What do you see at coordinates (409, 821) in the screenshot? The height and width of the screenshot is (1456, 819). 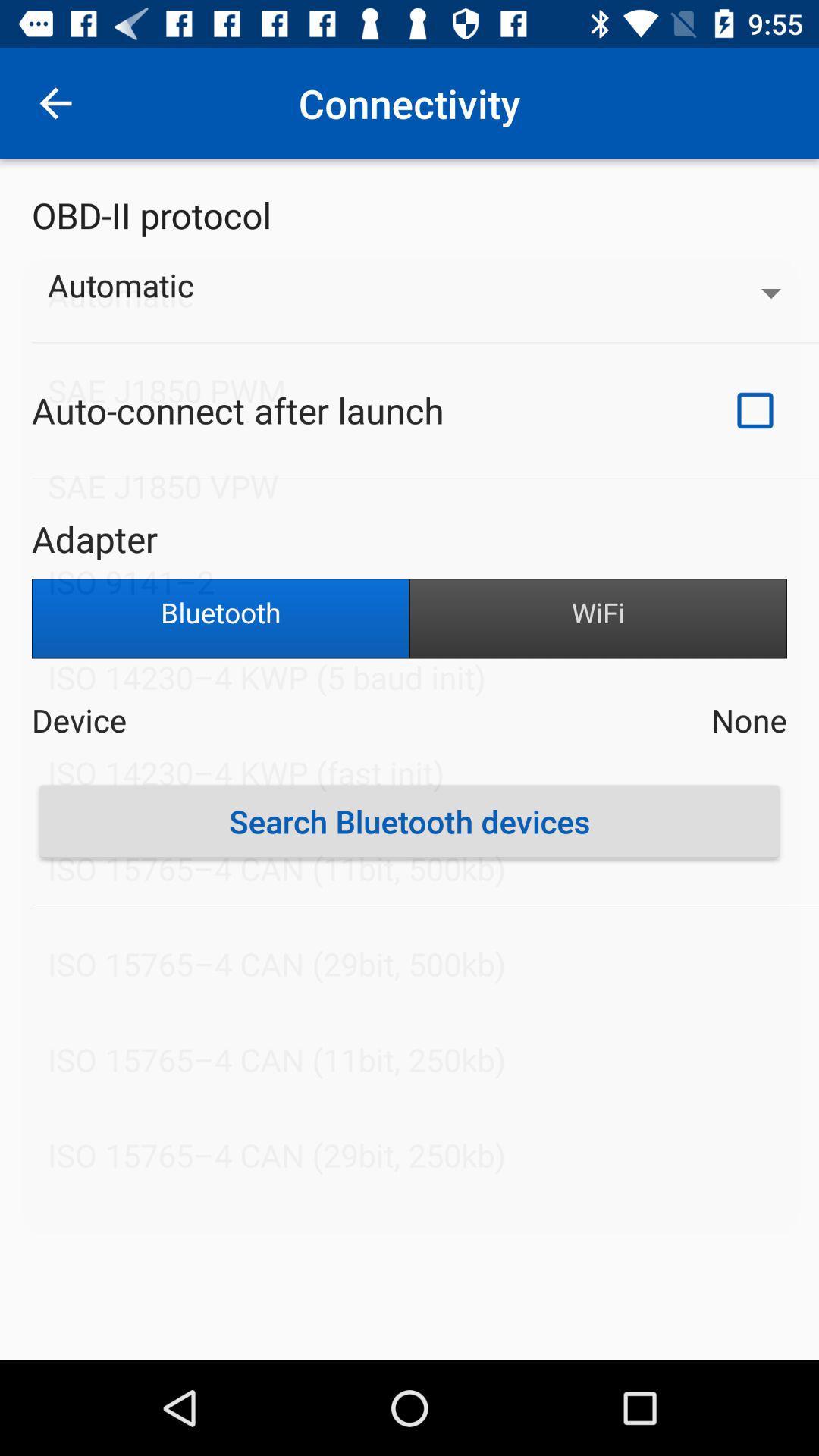 I see `the icon below the device item` at bounding box center [409, 821].